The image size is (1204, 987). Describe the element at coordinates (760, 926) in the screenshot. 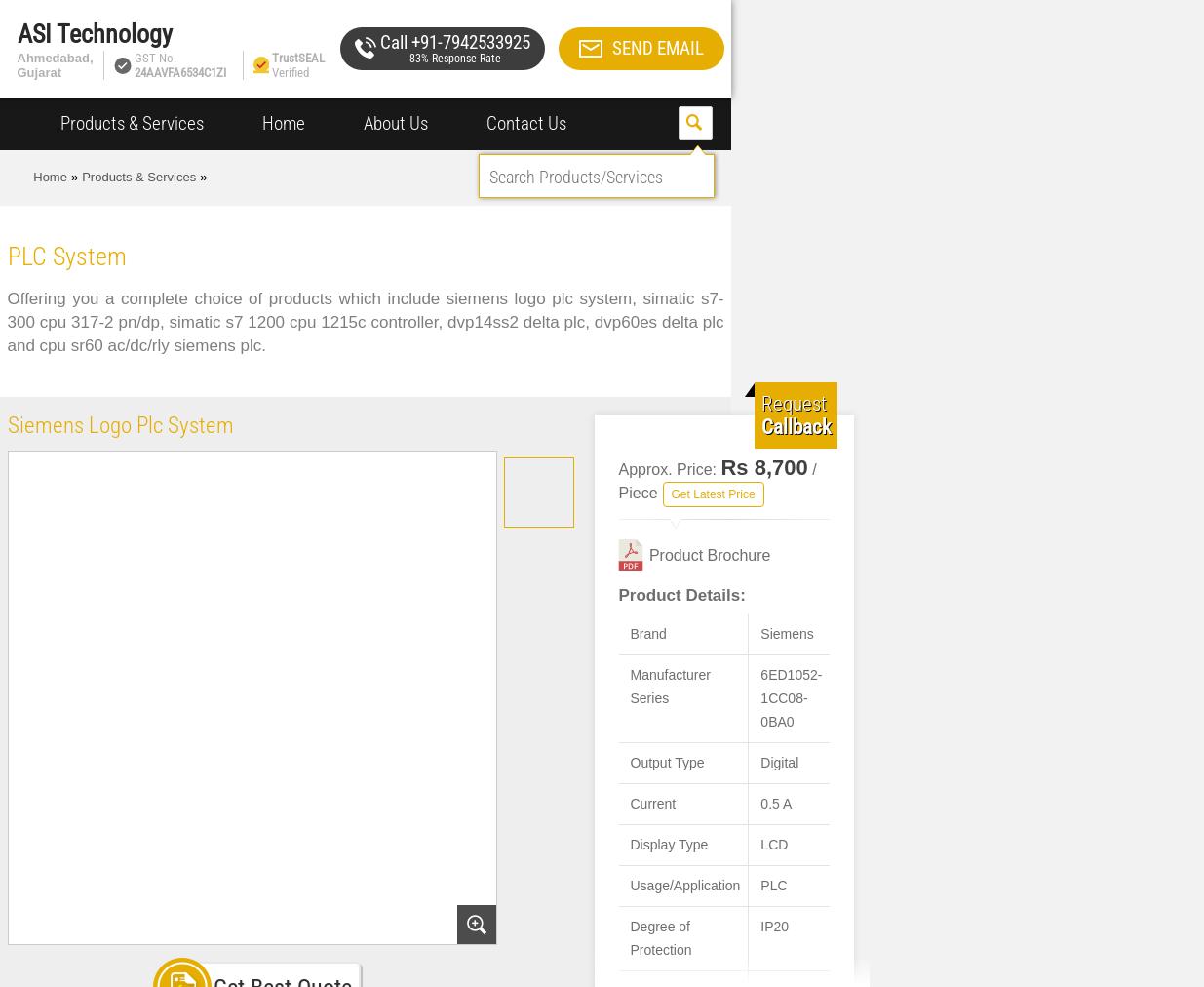

I see `'IP20'` at that location.